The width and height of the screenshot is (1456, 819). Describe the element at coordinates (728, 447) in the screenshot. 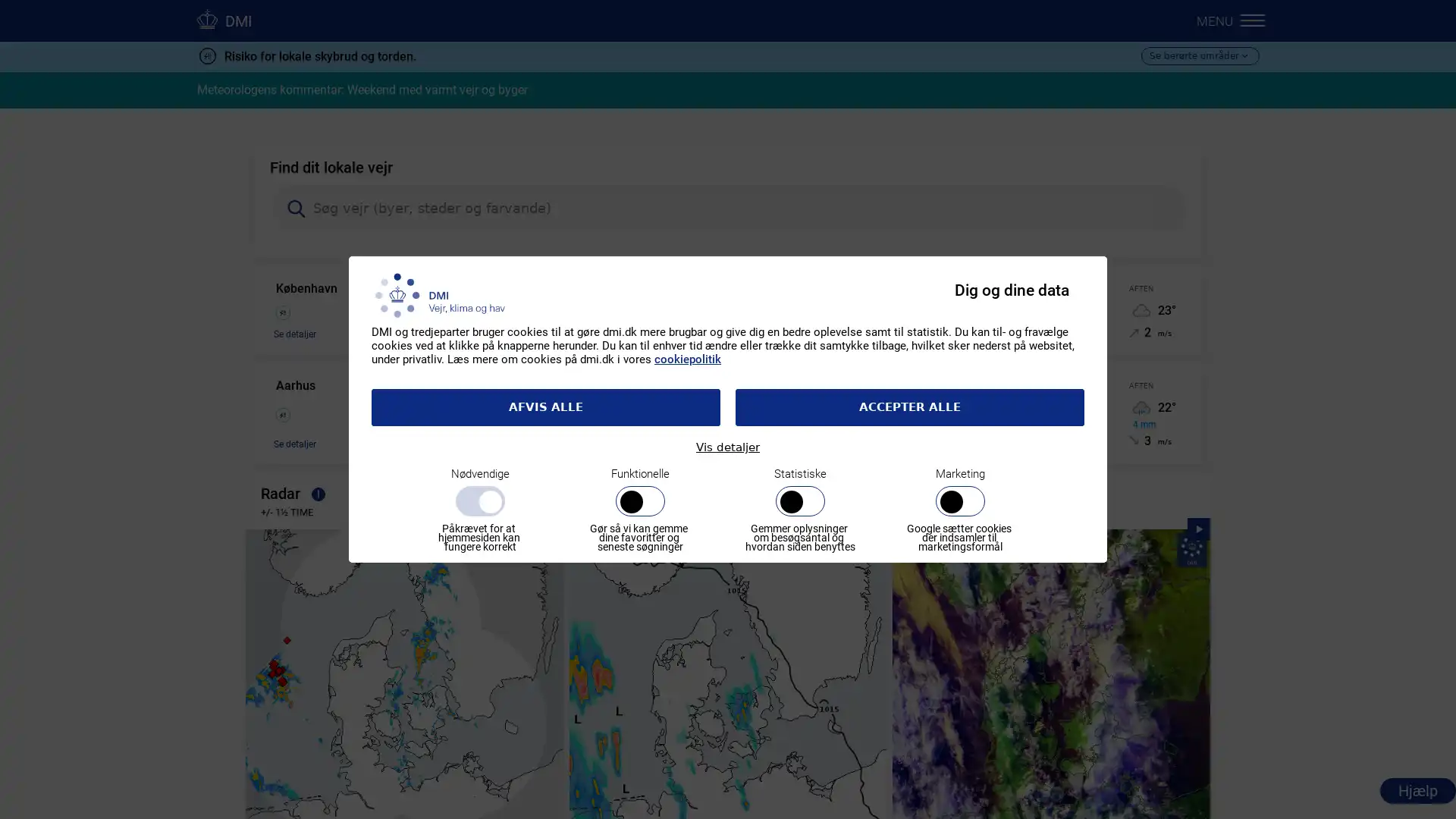

I see `Vis detaljer` at that location.